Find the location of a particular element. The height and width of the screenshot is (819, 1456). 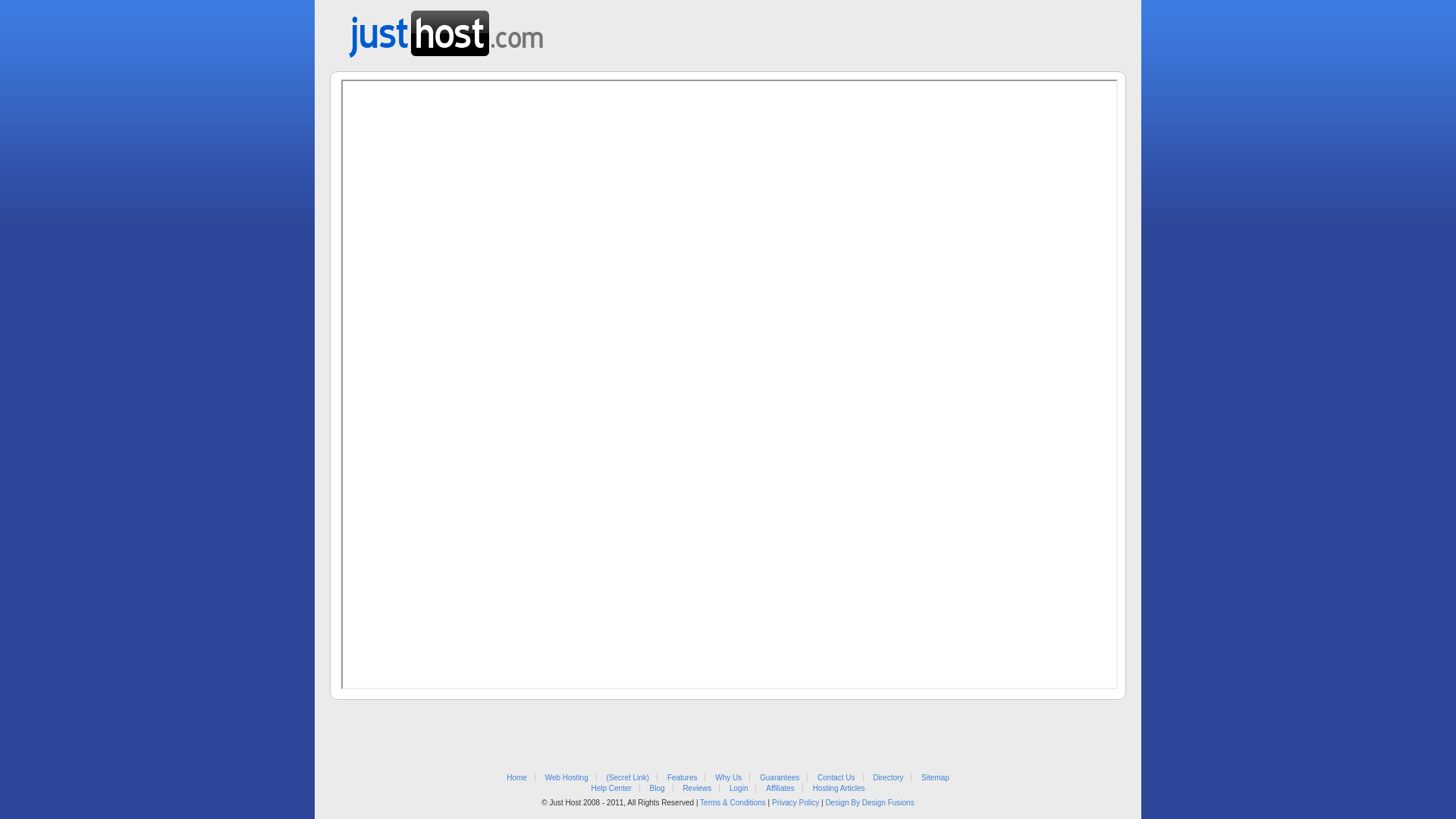

'Privacy Policy' is located at coordinates (795, 802).